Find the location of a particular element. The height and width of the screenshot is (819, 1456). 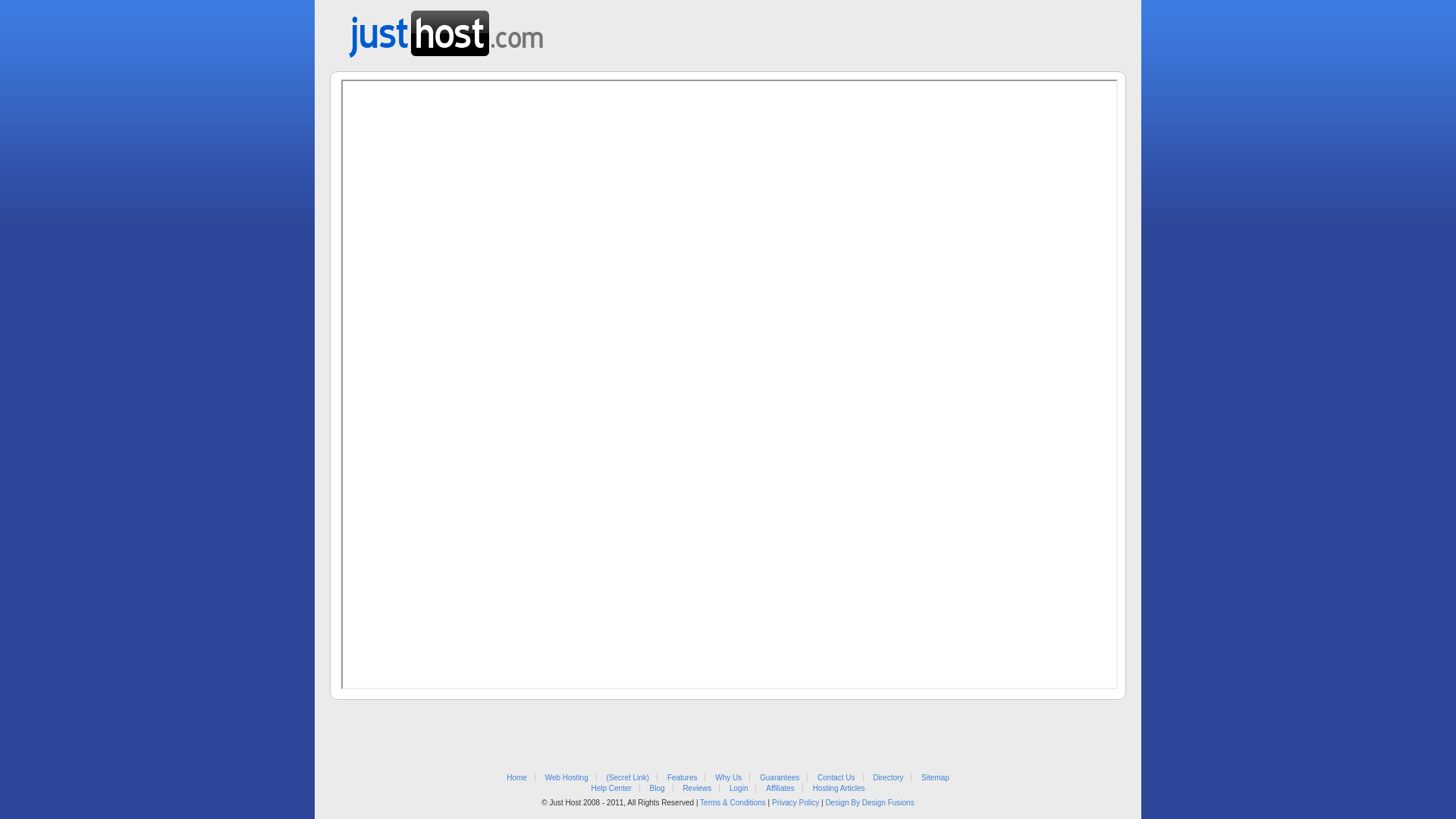

'Privacy Policy' is located at coordinates (795, 802).